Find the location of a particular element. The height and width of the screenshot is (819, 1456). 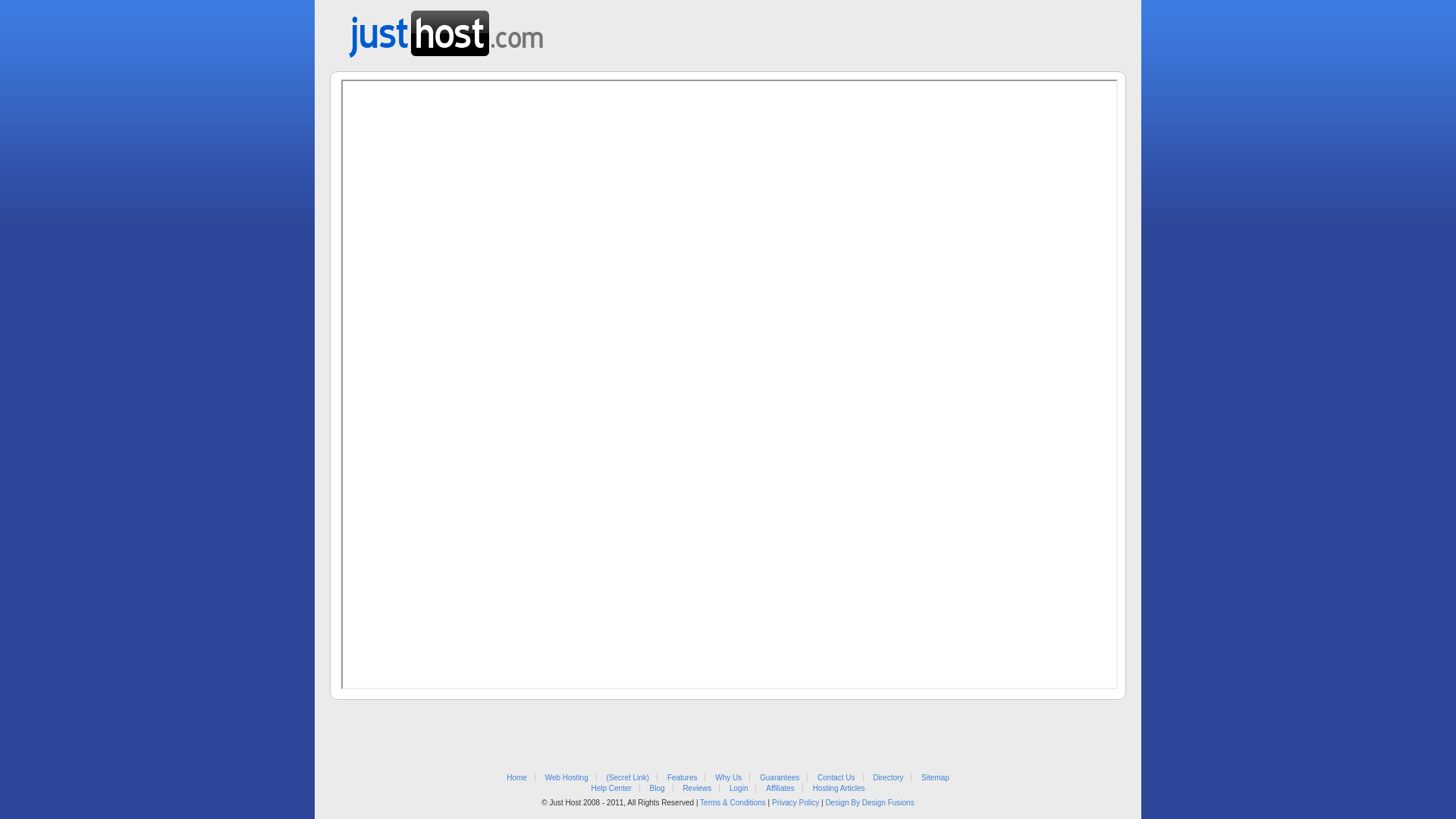

'Privacy Policy' is located at coordinates (795, 802).